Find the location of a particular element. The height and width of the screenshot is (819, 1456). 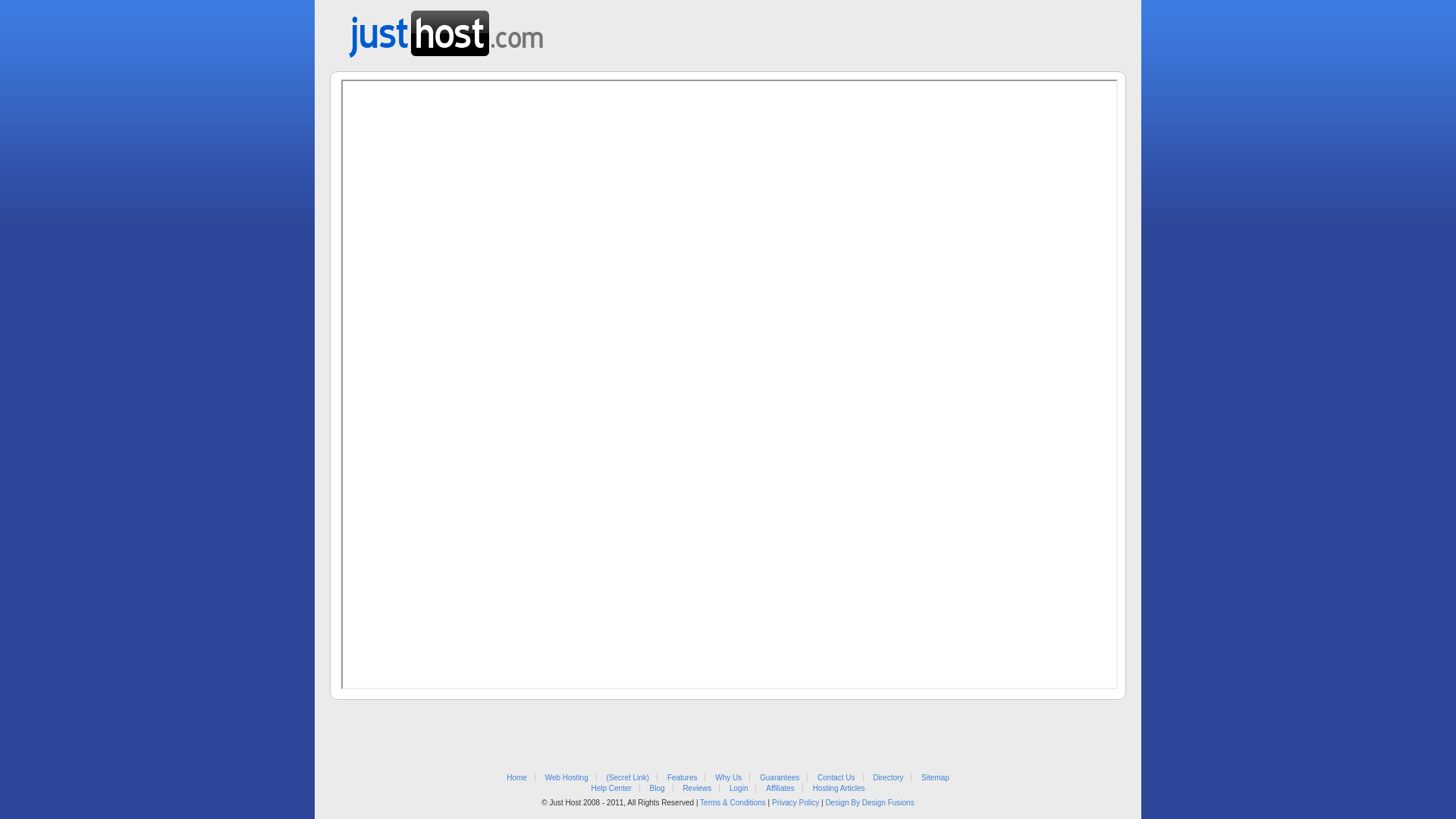

'Privacy Policy' is located at coordinates (795, 802).